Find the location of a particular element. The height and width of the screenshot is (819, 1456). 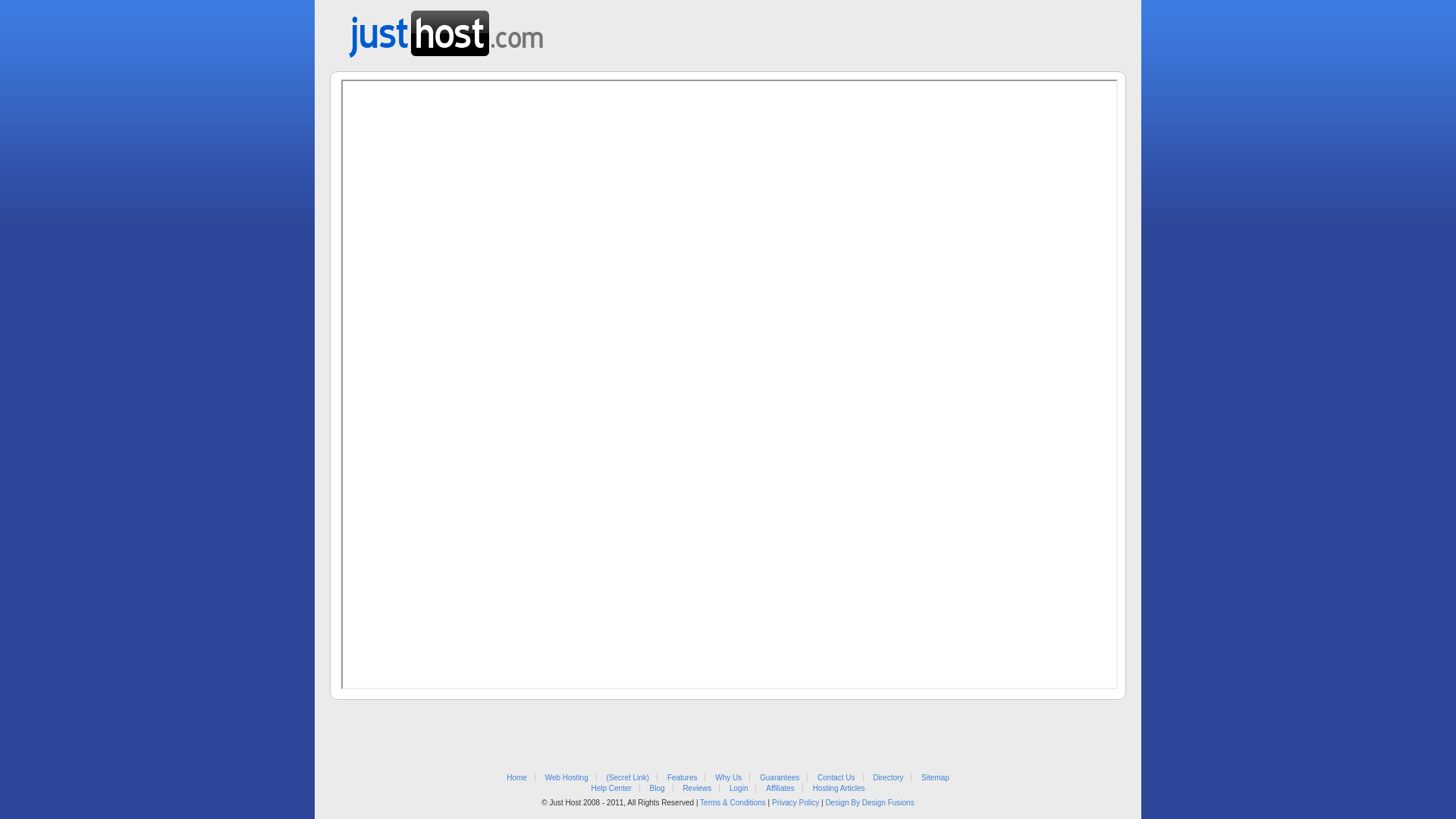

'Privacy Policy' is located at coordinates (795, 802).